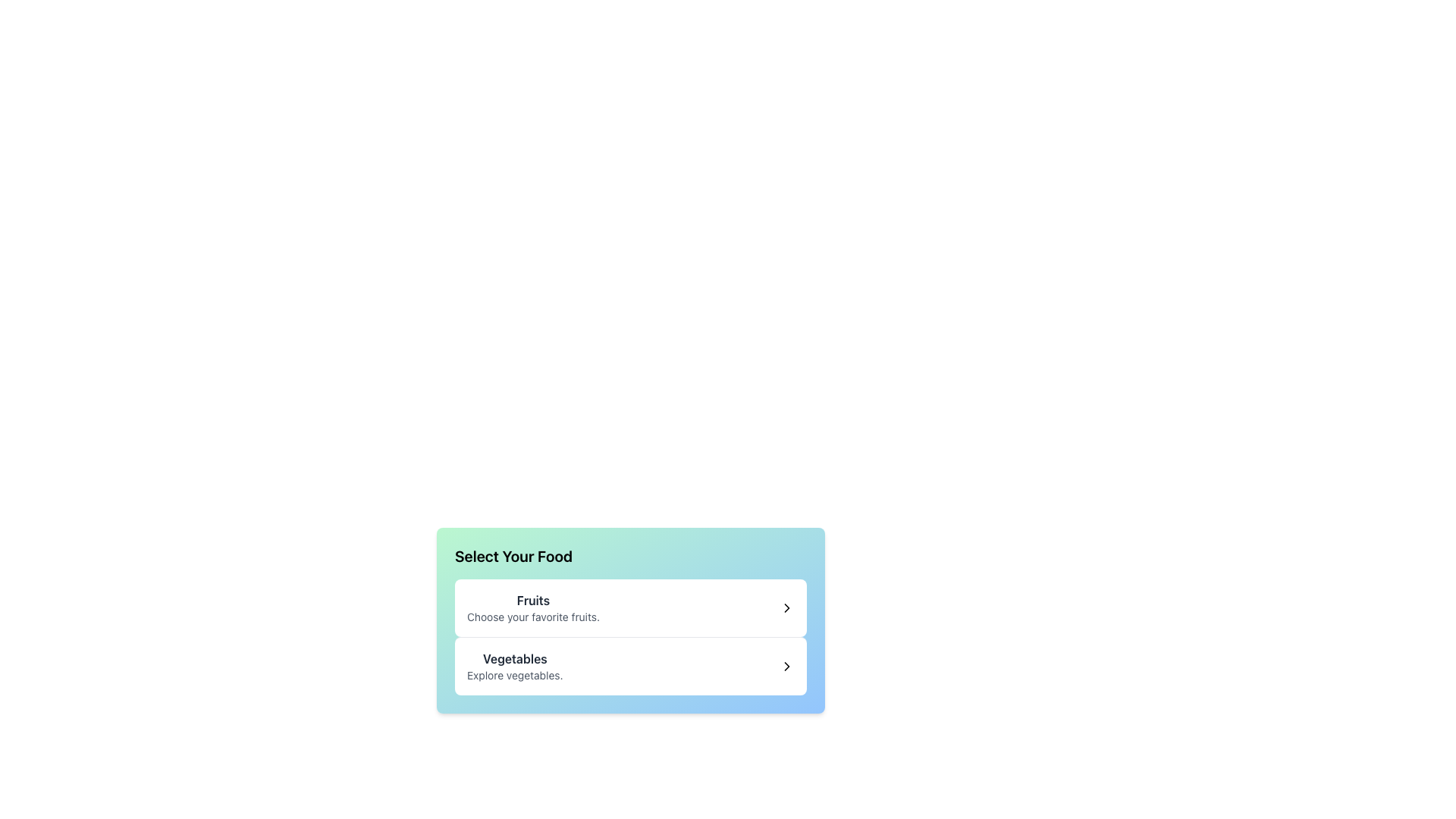 Image resolution: width=1456 pixels, height=819 pixels. Describe the element at coordinates (630, 665) in the screenshot. I see `the list item styled as a button labeled 'Vegetables' which is the second item in the selectable list under 'Select Your Food.'` at that location.